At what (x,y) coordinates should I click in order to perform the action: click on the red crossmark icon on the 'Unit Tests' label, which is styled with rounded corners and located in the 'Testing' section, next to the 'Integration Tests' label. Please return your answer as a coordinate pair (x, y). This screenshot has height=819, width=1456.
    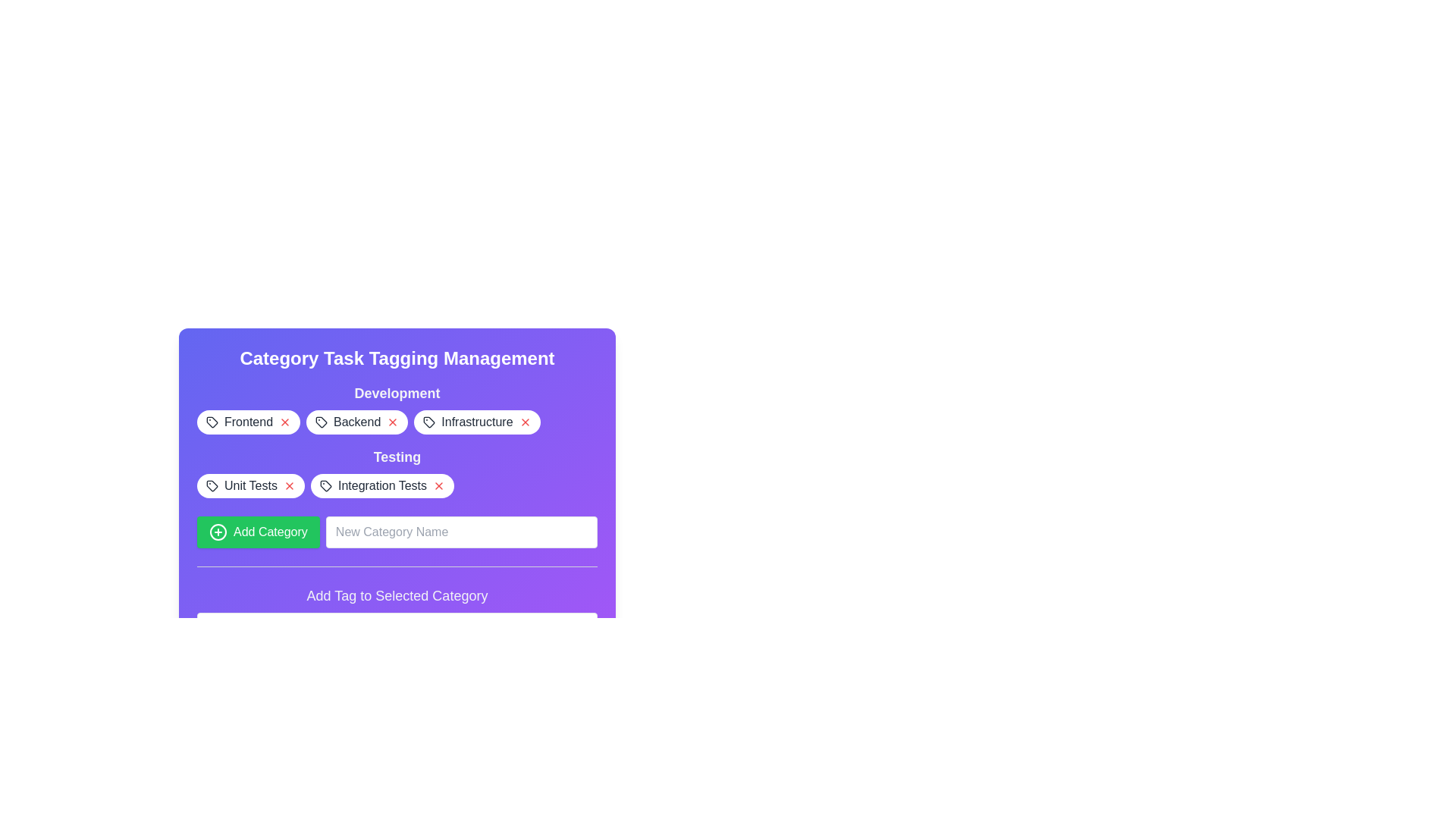
    Looking at the image, I should click on (251, 485).